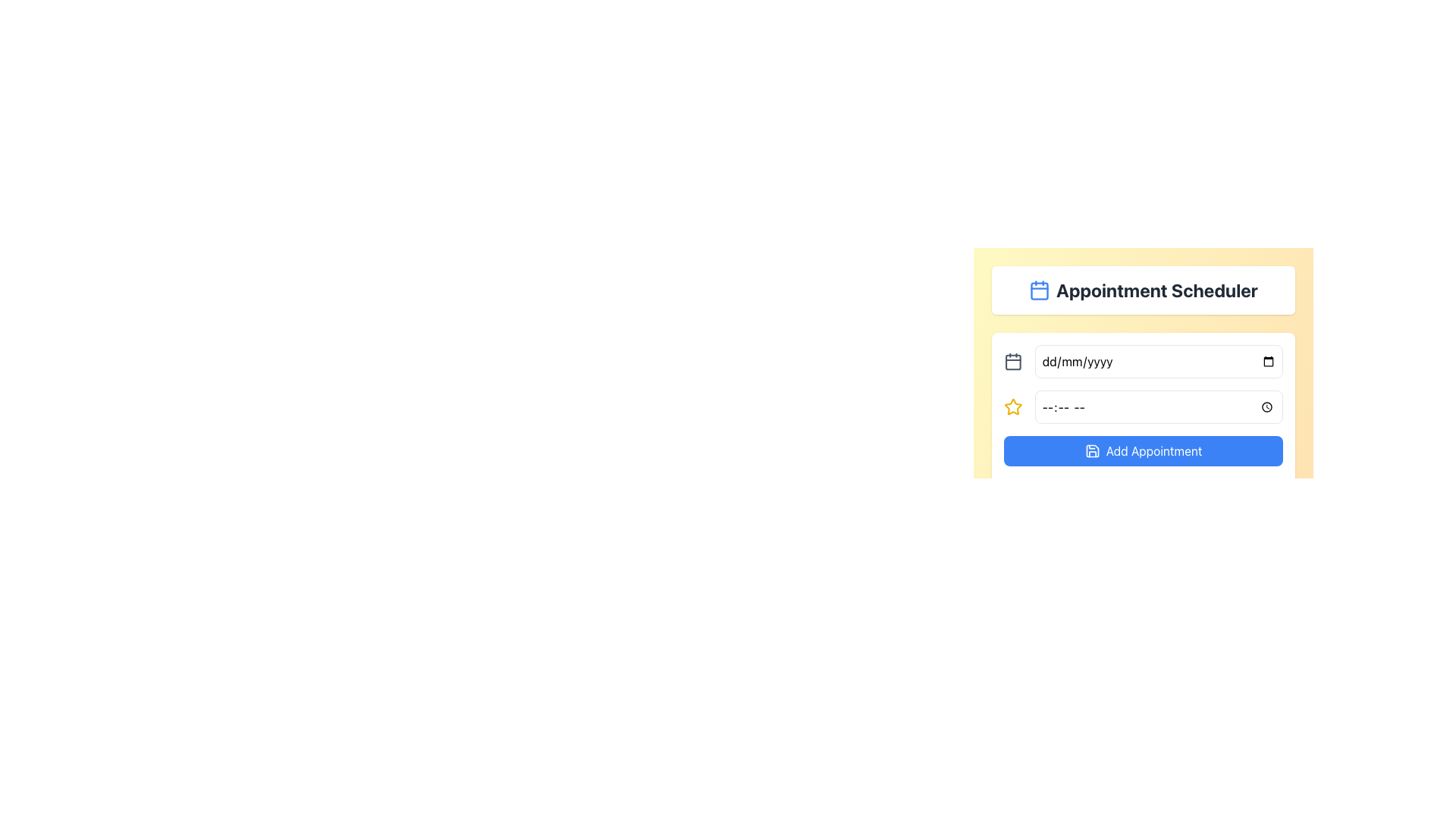 This screenshot has height=819, width=1456. What do you see at coordinates (1143, 450) in the screenshot?
I see `the blue 'Add Appointment' button with rounded corners located at the bottom of the 'Appointment Scheduler' form` at bounding box center [1143, 450].